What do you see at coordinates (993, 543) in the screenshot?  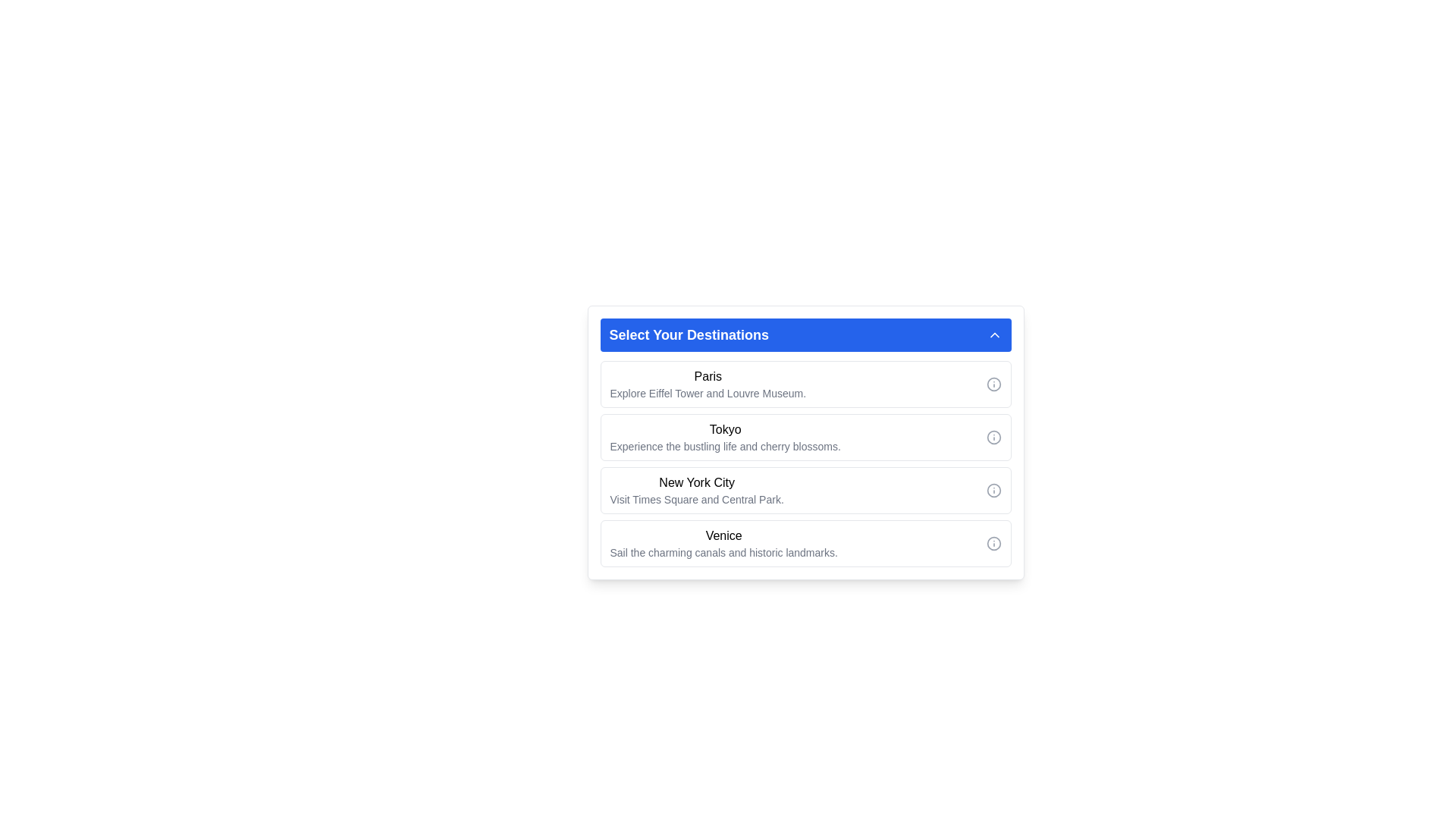 I see `the information icon located at the far-right end of the 'Venice' row in the list of destination options` at bounding box center [993, 543].